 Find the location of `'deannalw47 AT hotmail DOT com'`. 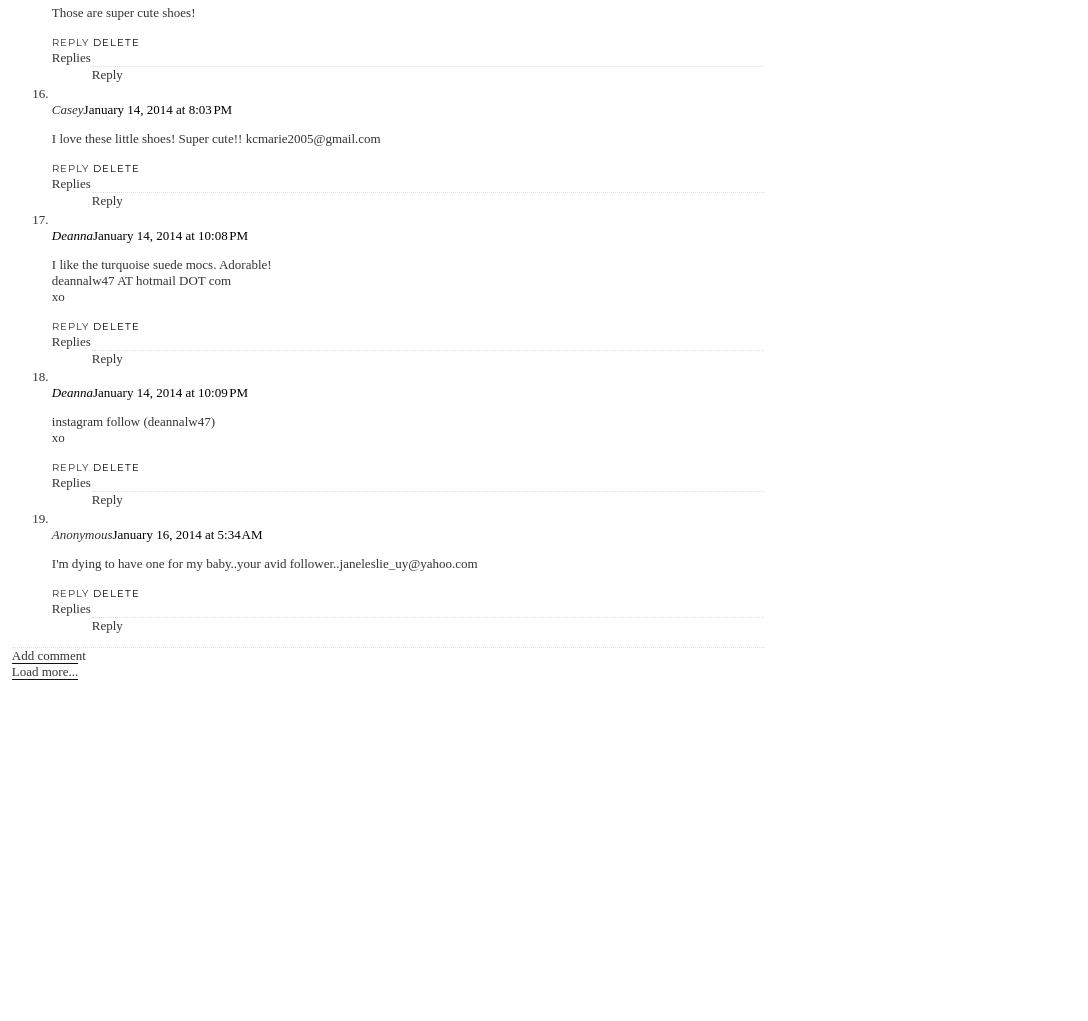

'deannalw47 AT hotmail DOT com' is located at coordinates (140, 279).